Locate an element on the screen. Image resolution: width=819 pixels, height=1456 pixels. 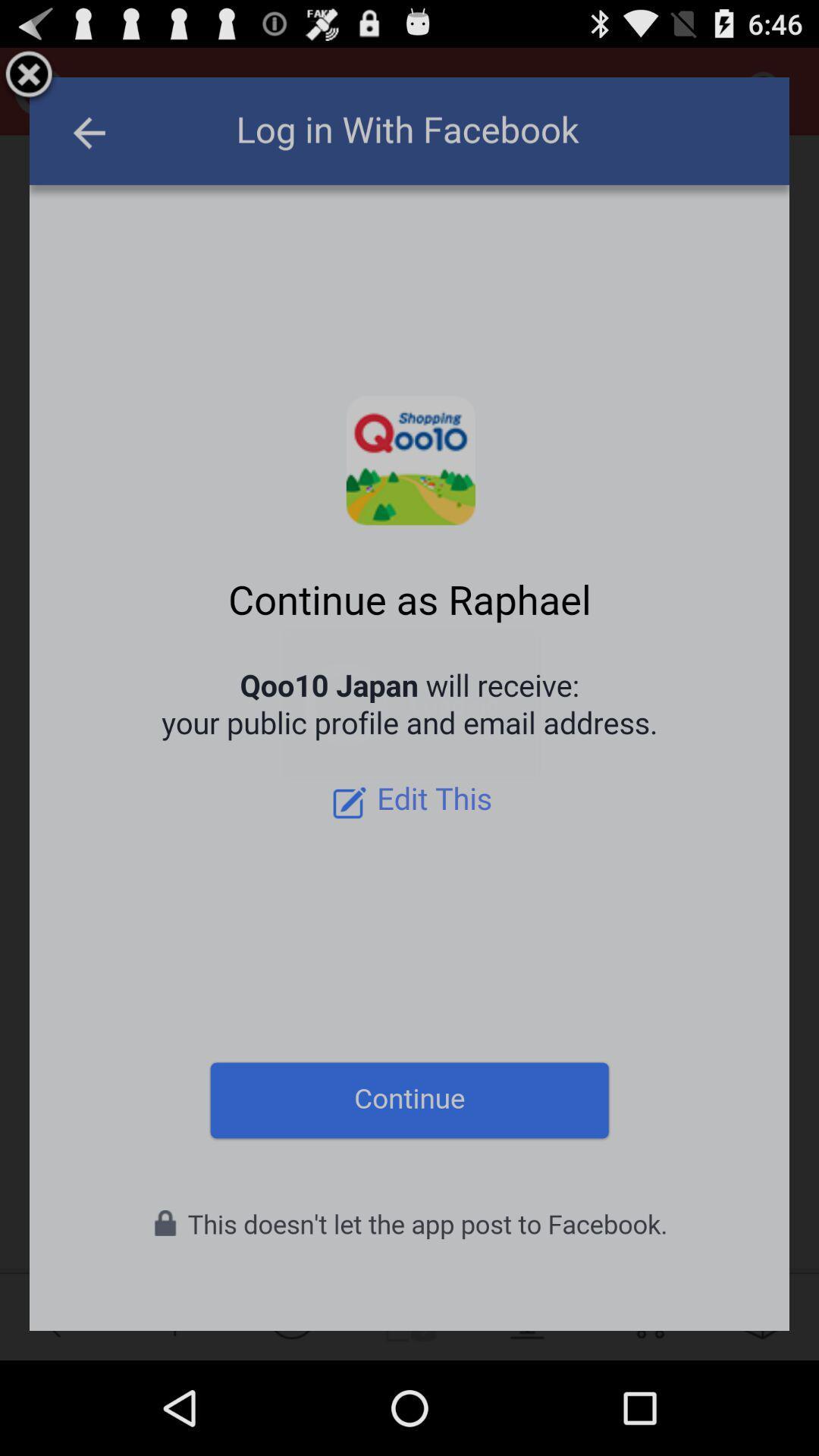
the close icon is located at coordinates (29, 81).